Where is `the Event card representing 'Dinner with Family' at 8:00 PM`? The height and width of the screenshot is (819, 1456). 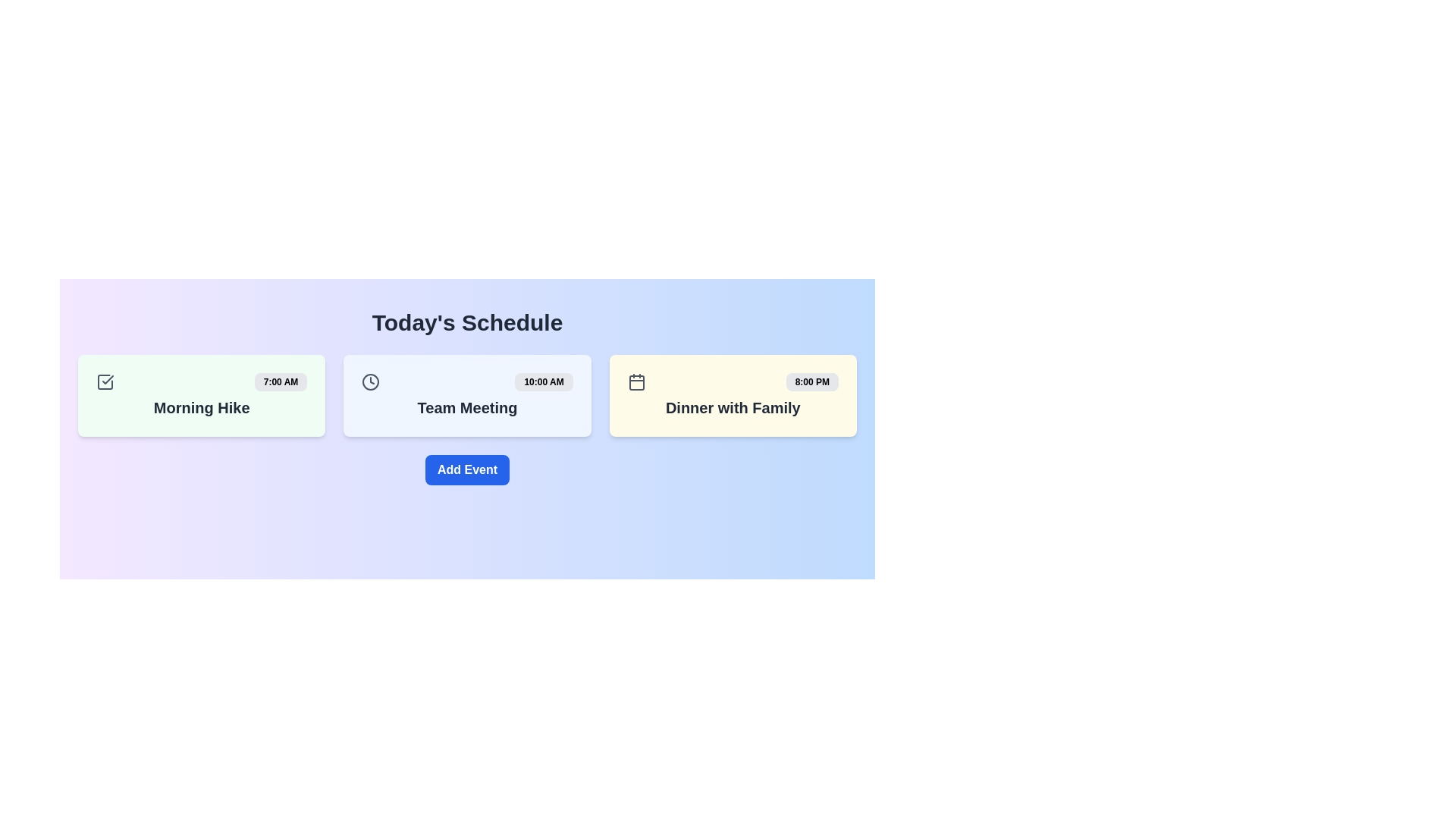
the Event card representing 'Dinner with Family' at 8:00 PM is located at coordinates (733, 394).